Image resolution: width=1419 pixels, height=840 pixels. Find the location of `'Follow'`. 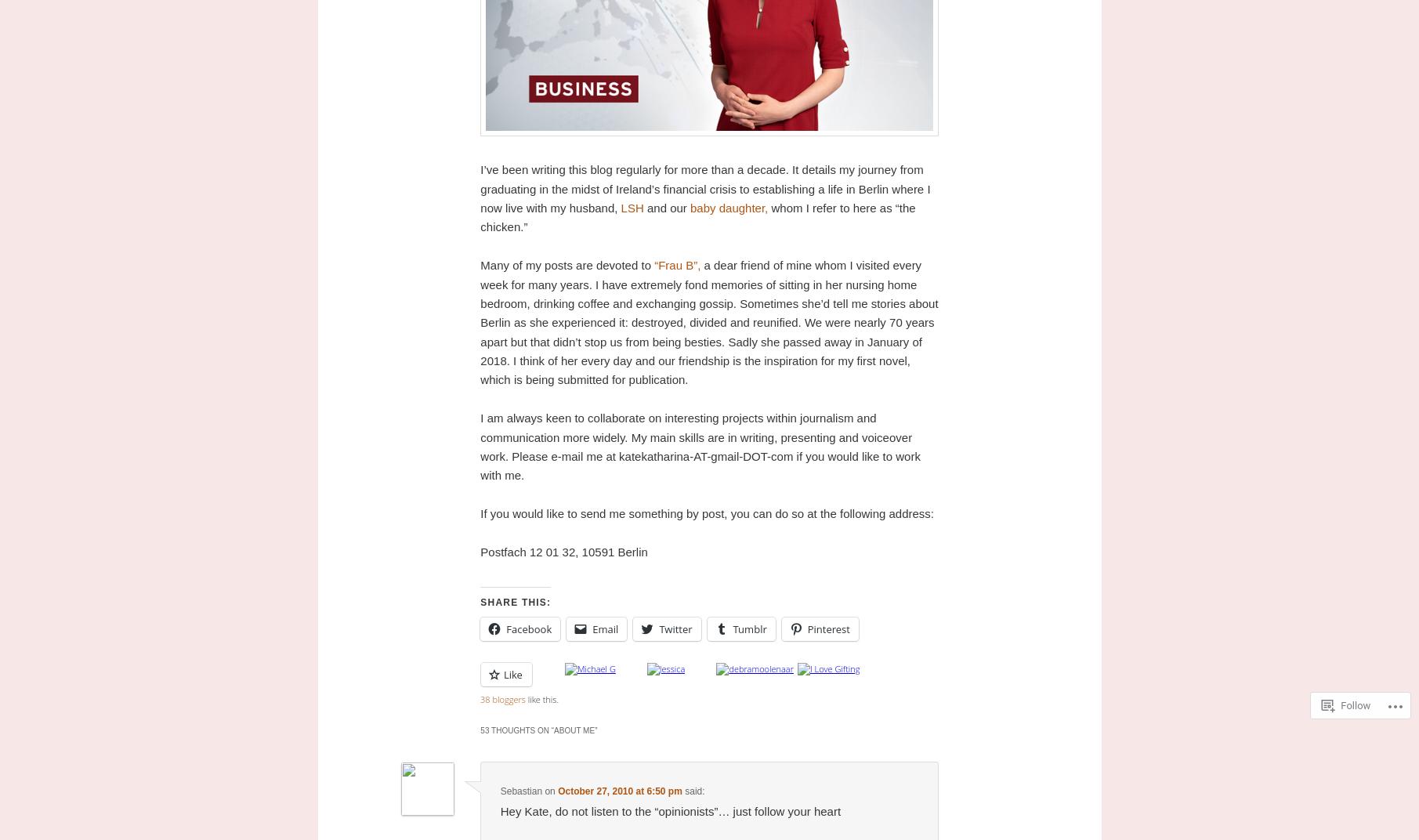

'Follow' is located at coordinates (1355, 705).